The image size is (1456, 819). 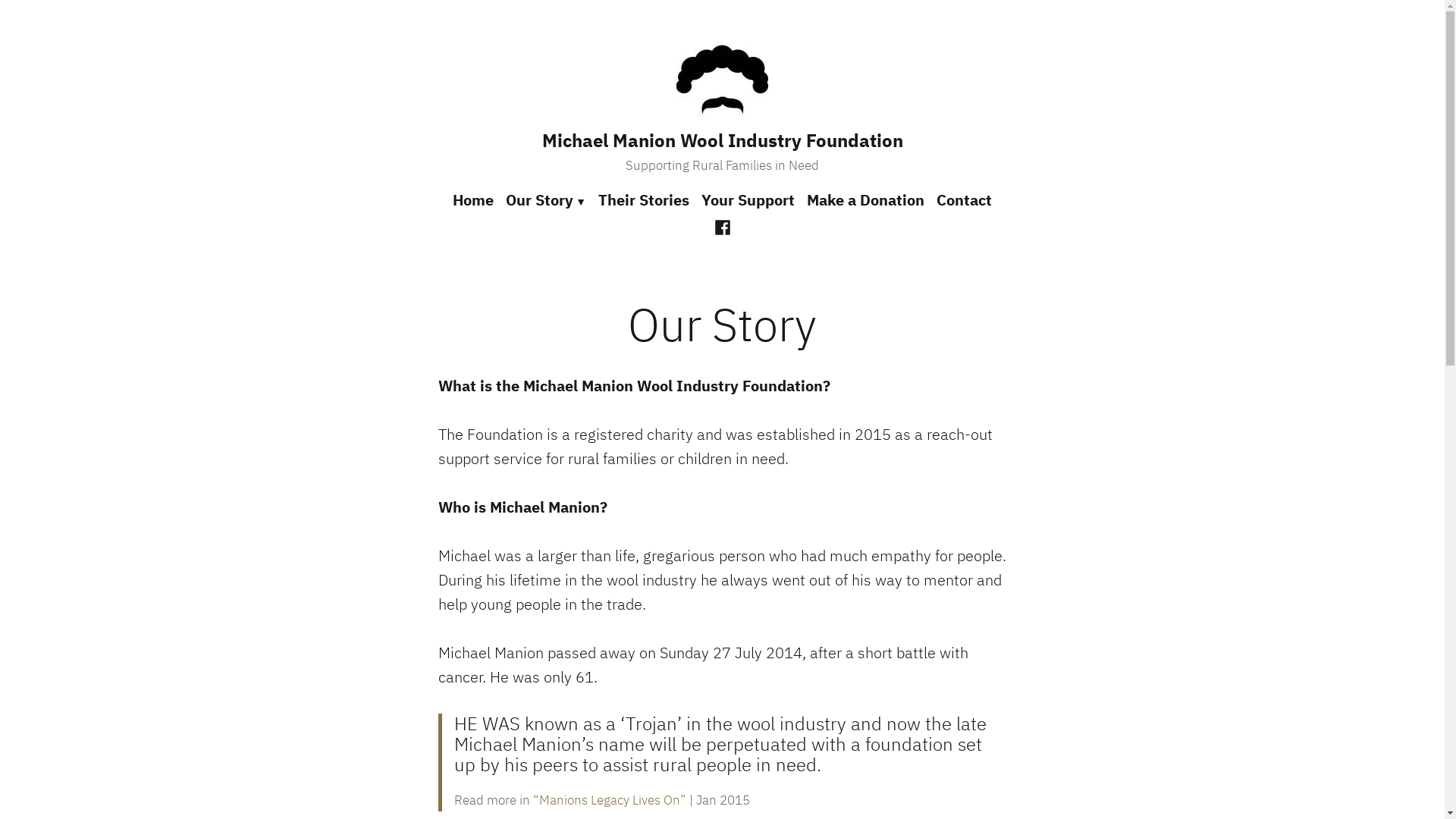 I want to click on 'Contact', so click(x=960, y=200).